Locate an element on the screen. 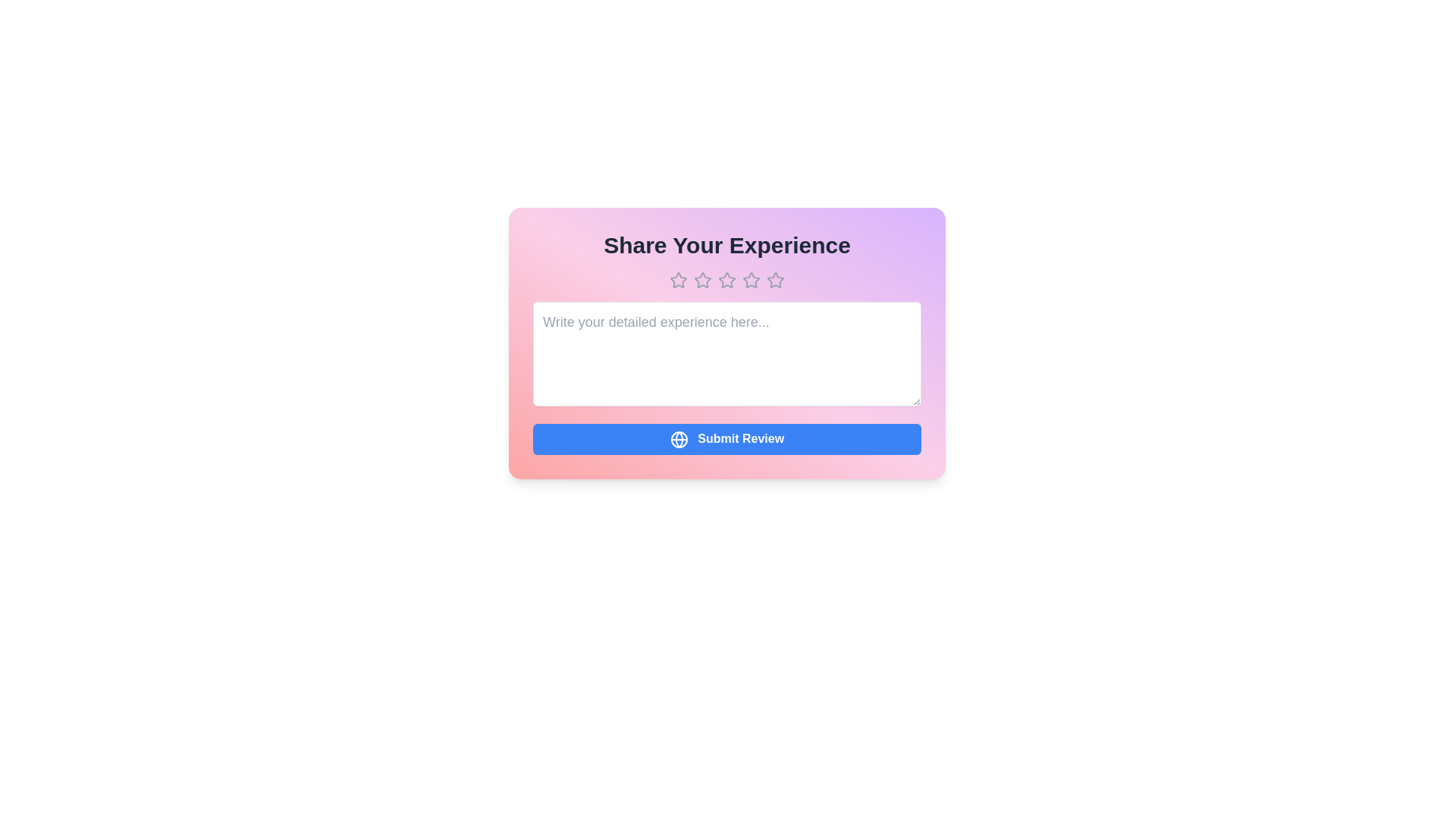  the star corresponding to 4 stars to preview the rating is located at coordinates (751, 281).